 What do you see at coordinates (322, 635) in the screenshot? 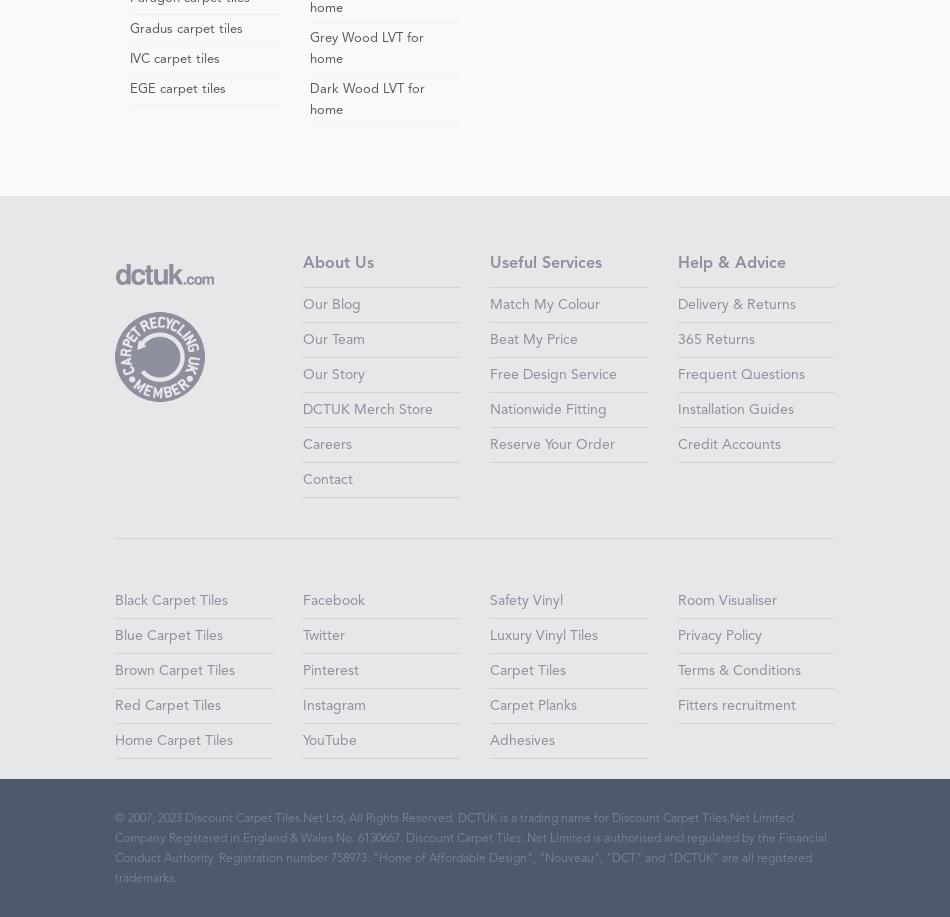
I see `'Twitter'` at bounding box center [322, 635].